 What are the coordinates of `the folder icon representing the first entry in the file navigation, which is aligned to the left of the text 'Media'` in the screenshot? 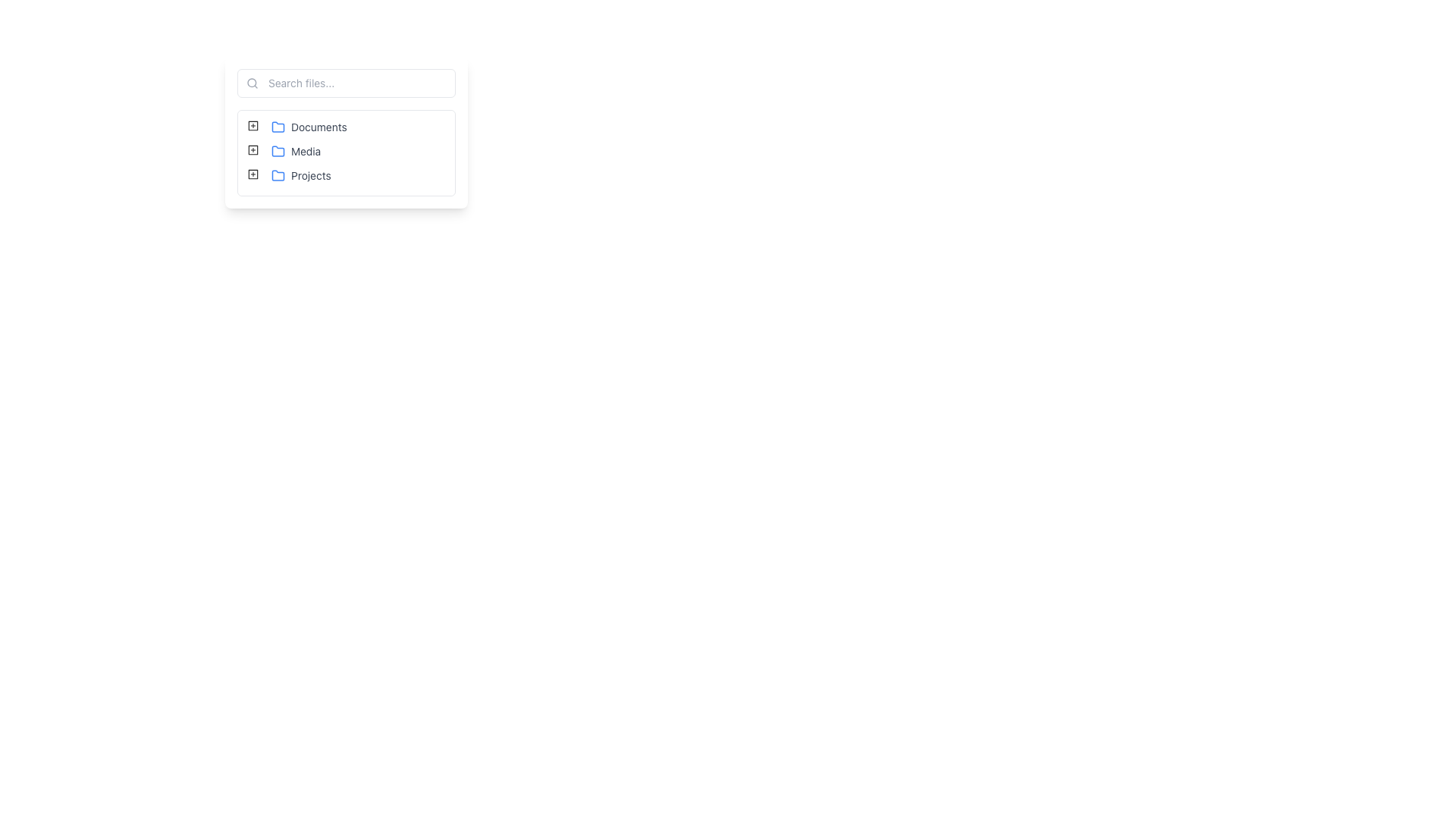 It's located at (278, 125).